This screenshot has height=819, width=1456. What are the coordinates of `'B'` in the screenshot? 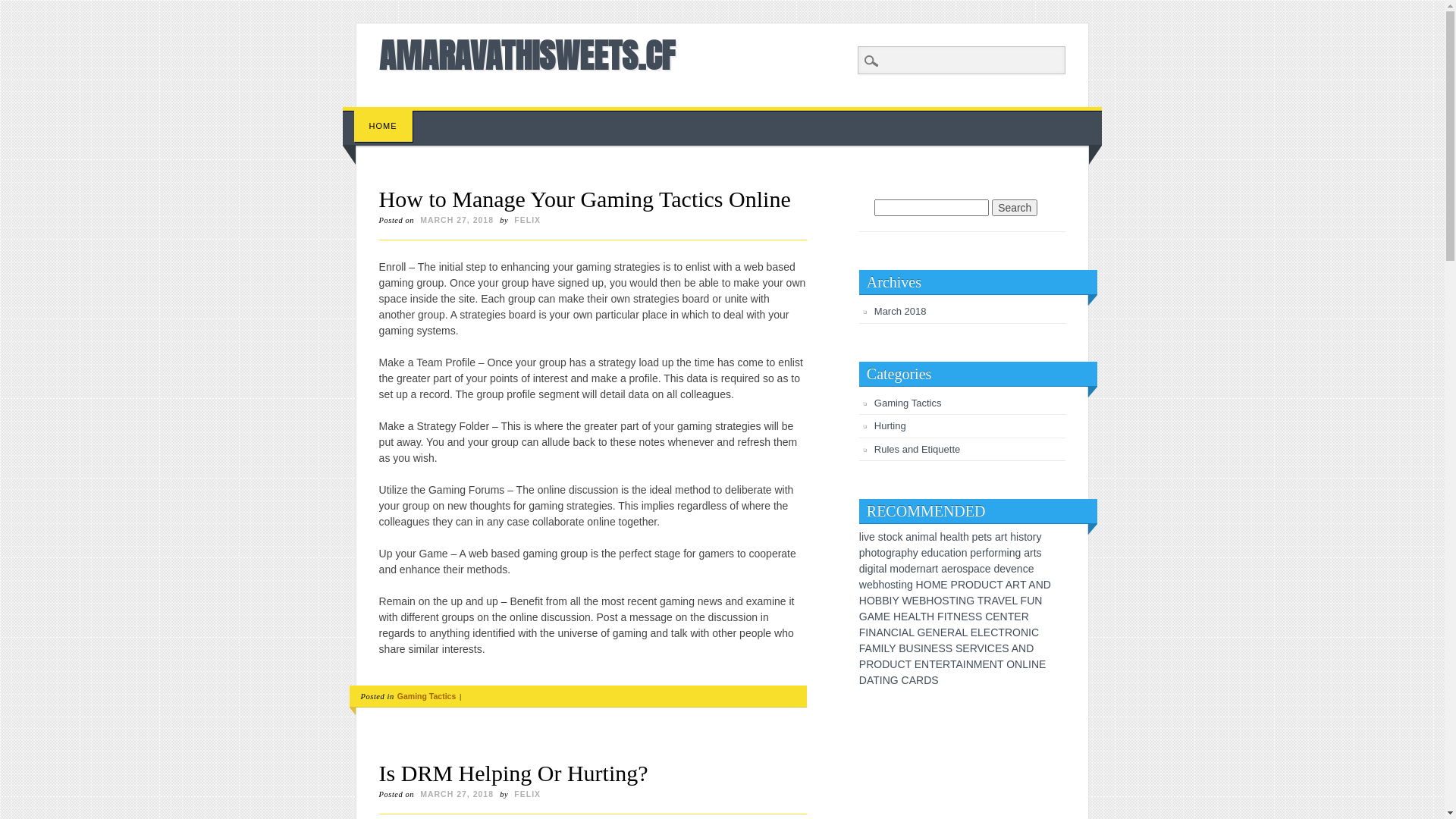 It's located at (885, 599).